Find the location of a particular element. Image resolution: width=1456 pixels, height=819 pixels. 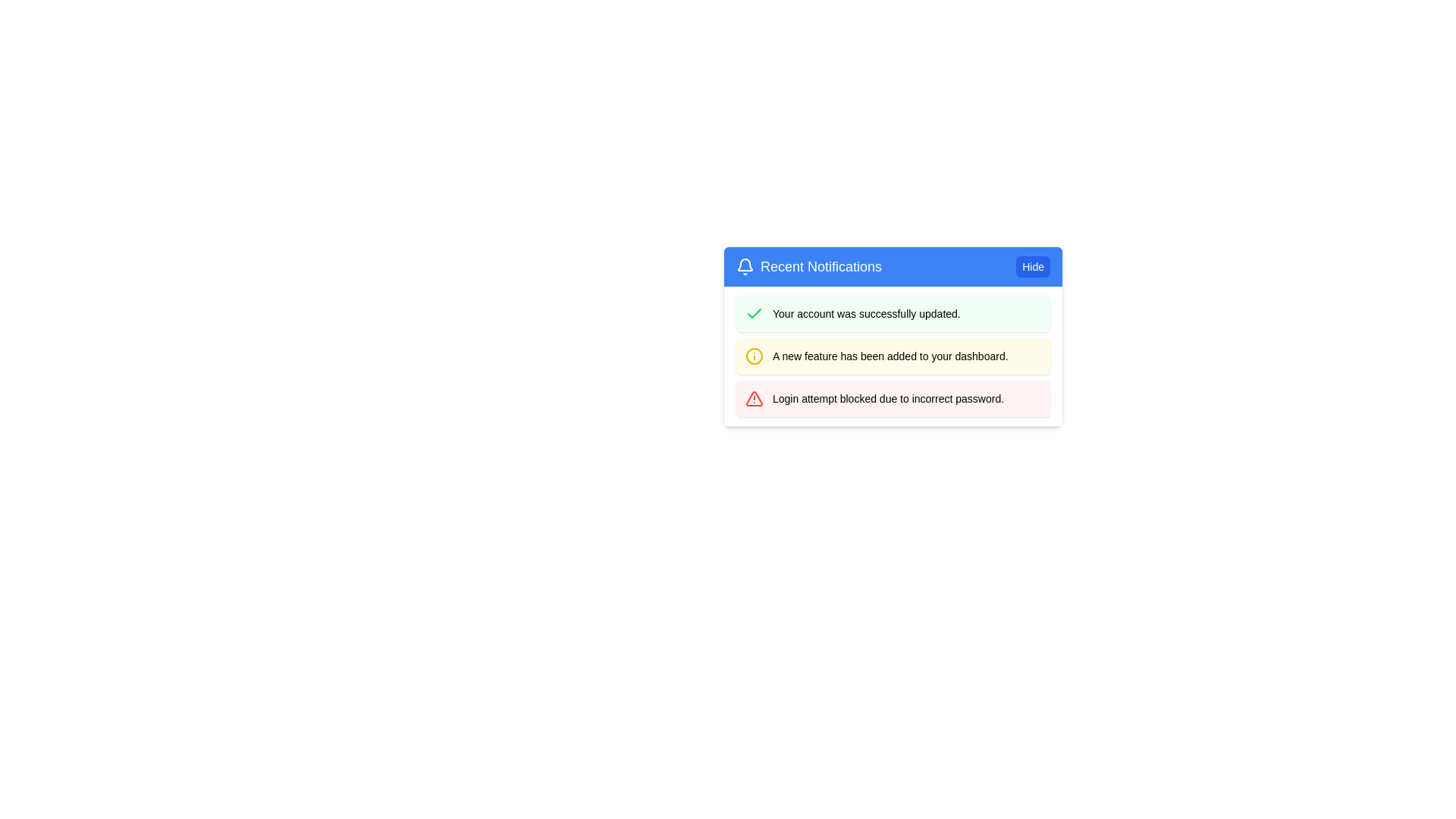

the notification banner that displays the message 'Your account was successfully updated.' by clicking on it is located at coordinates (893, 312).